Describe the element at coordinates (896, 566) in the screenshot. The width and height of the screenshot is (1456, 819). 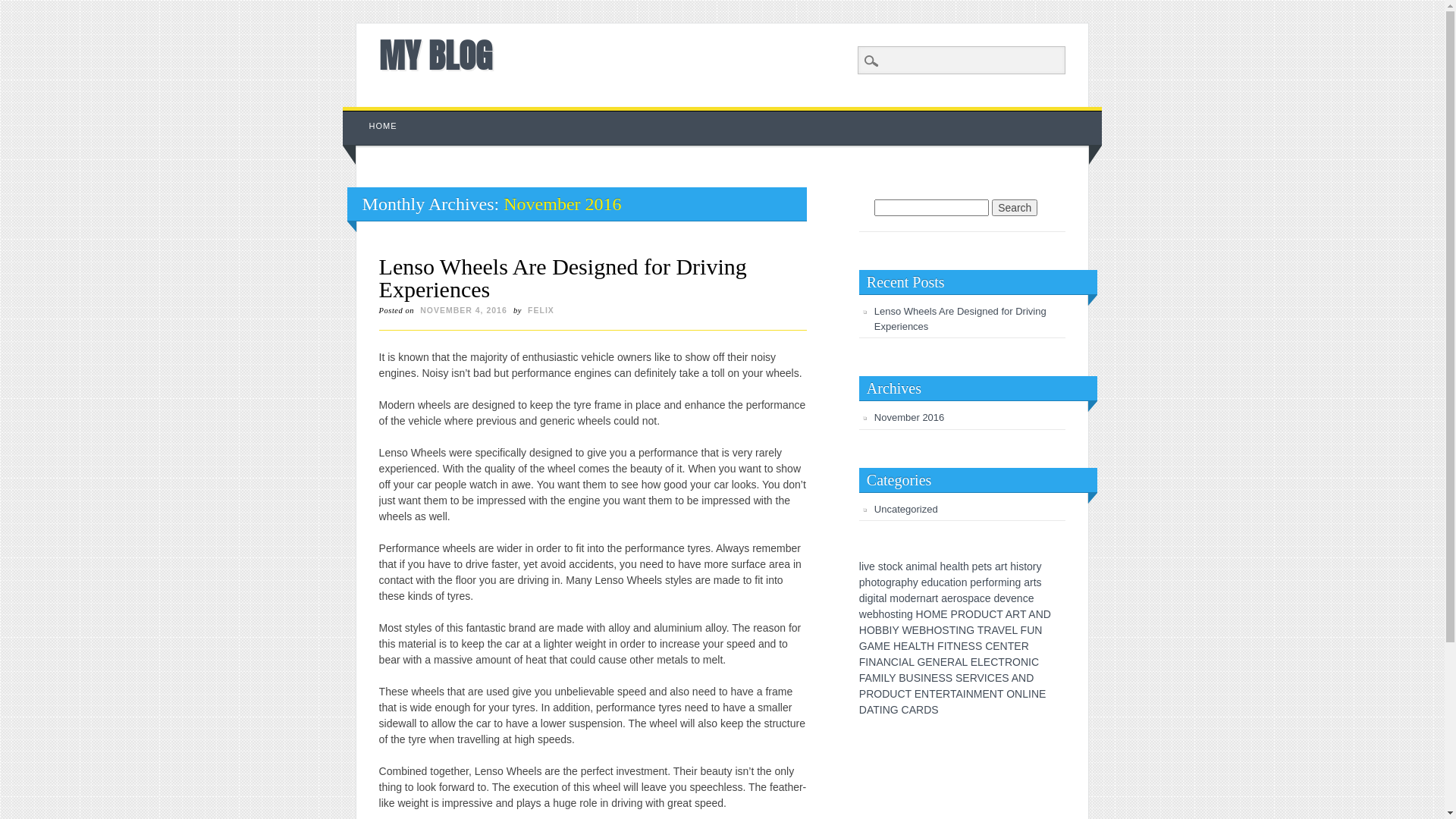
I see `'k'` at that location.